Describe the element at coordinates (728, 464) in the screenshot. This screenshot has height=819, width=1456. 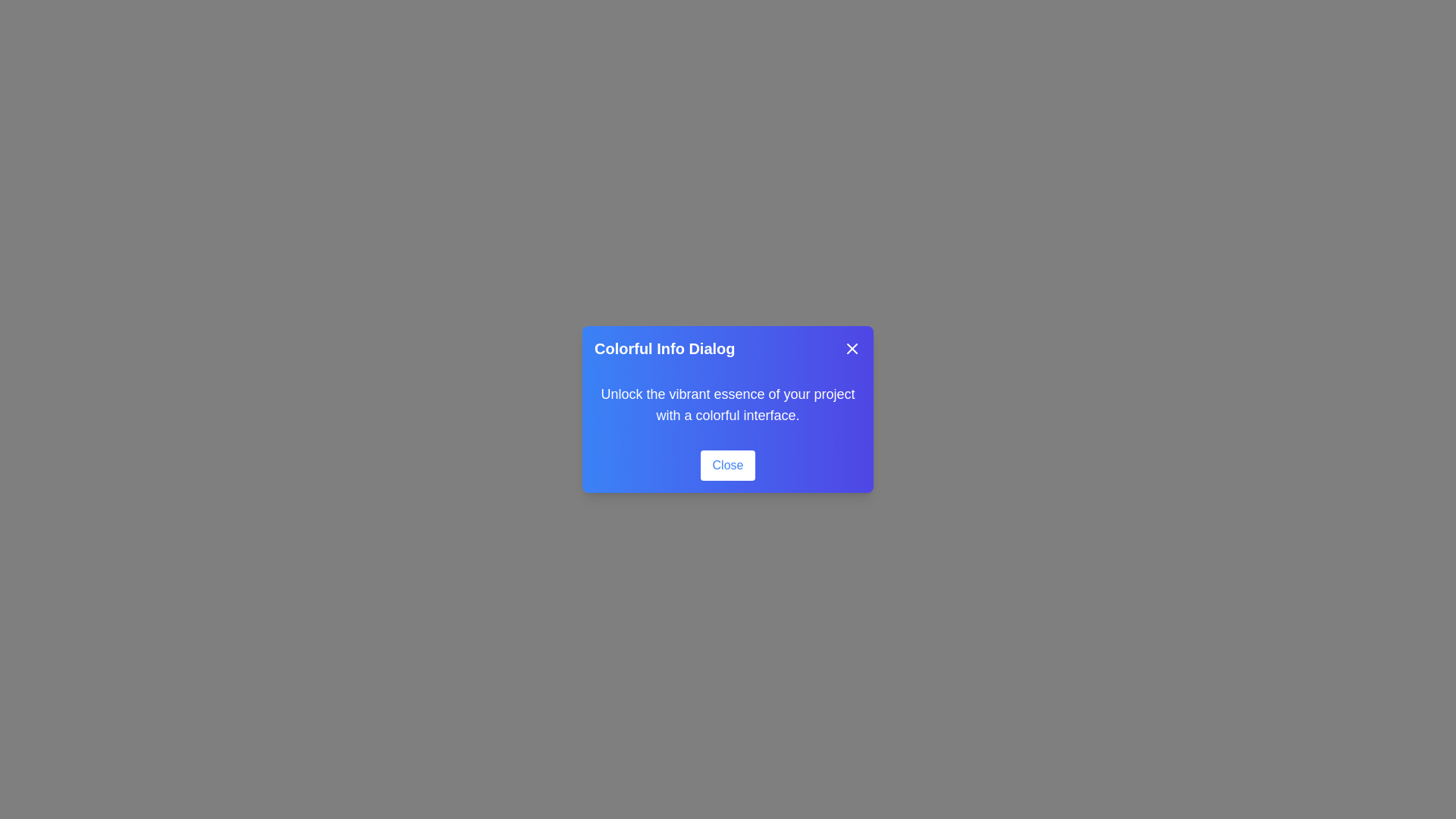
I see `the 'Close' button in the footer of the dialog` at that location.